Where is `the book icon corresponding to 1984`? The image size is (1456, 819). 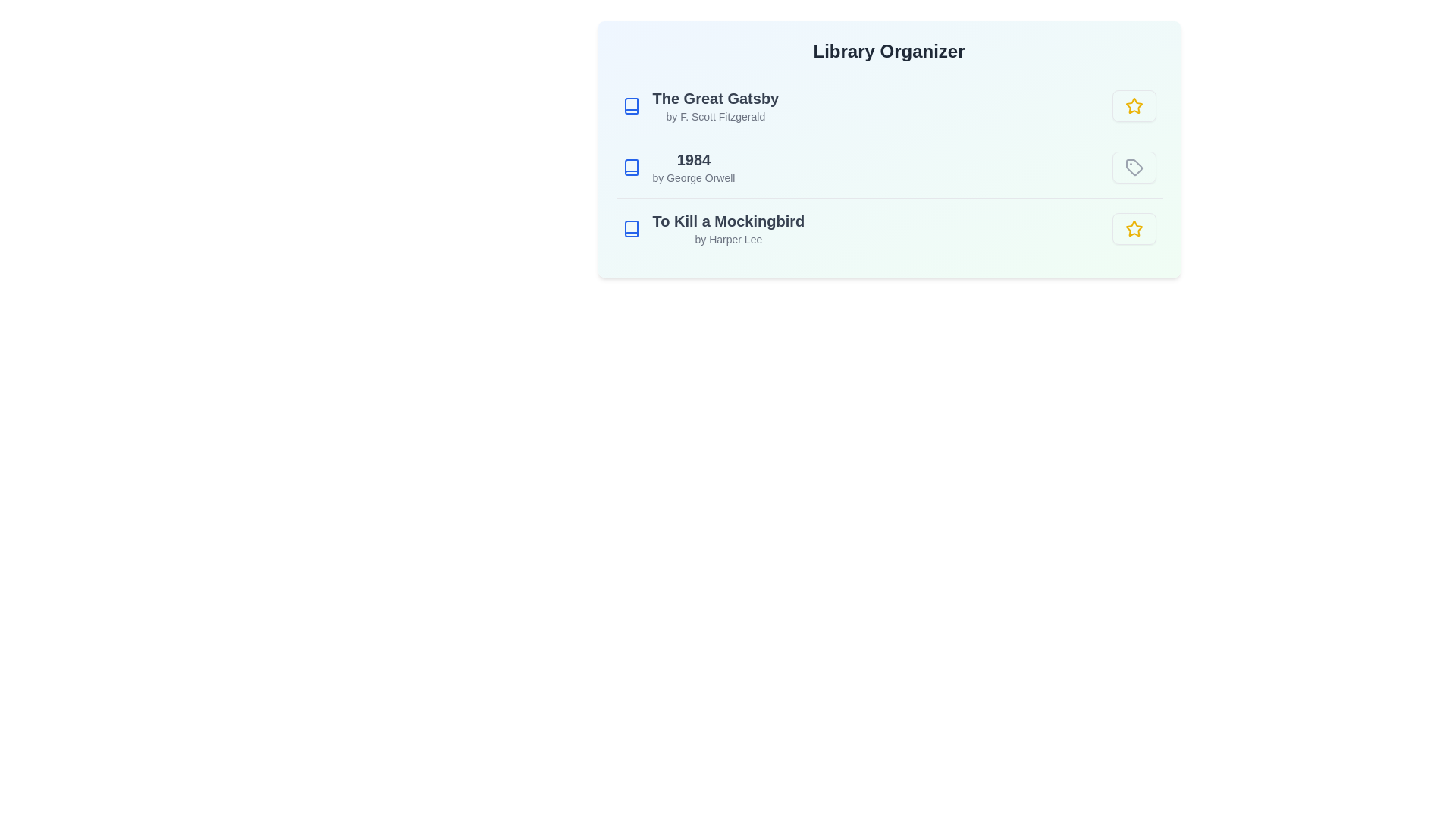 the book icon corresponding to 1984 is located at coordinates (631, 167).